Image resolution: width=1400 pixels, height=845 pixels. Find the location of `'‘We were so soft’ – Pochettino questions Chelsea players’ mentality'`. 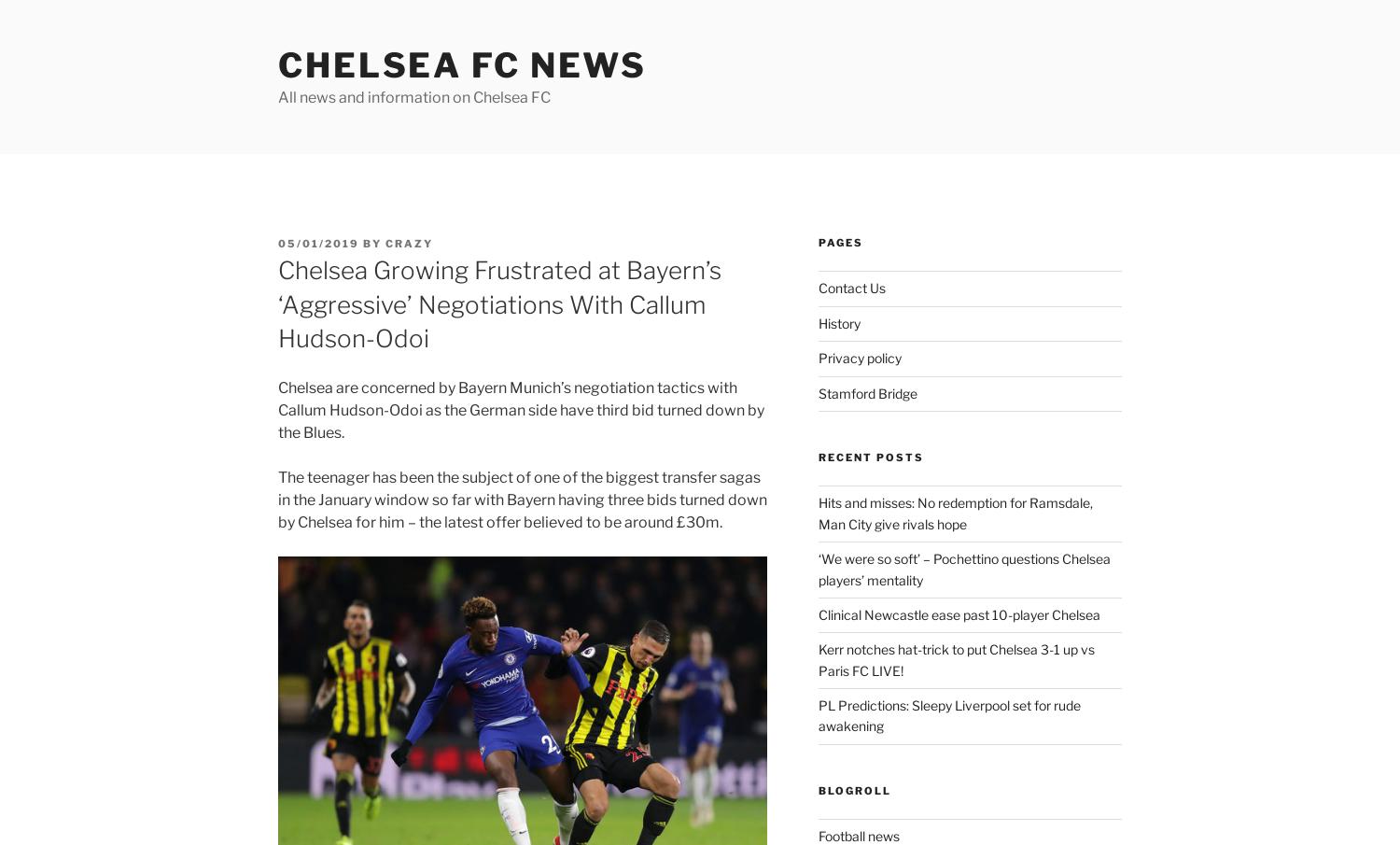

'‘We were so soft’ – Pochettino questions Chelsea players’ mentality' is located at coordinates (963, 568).